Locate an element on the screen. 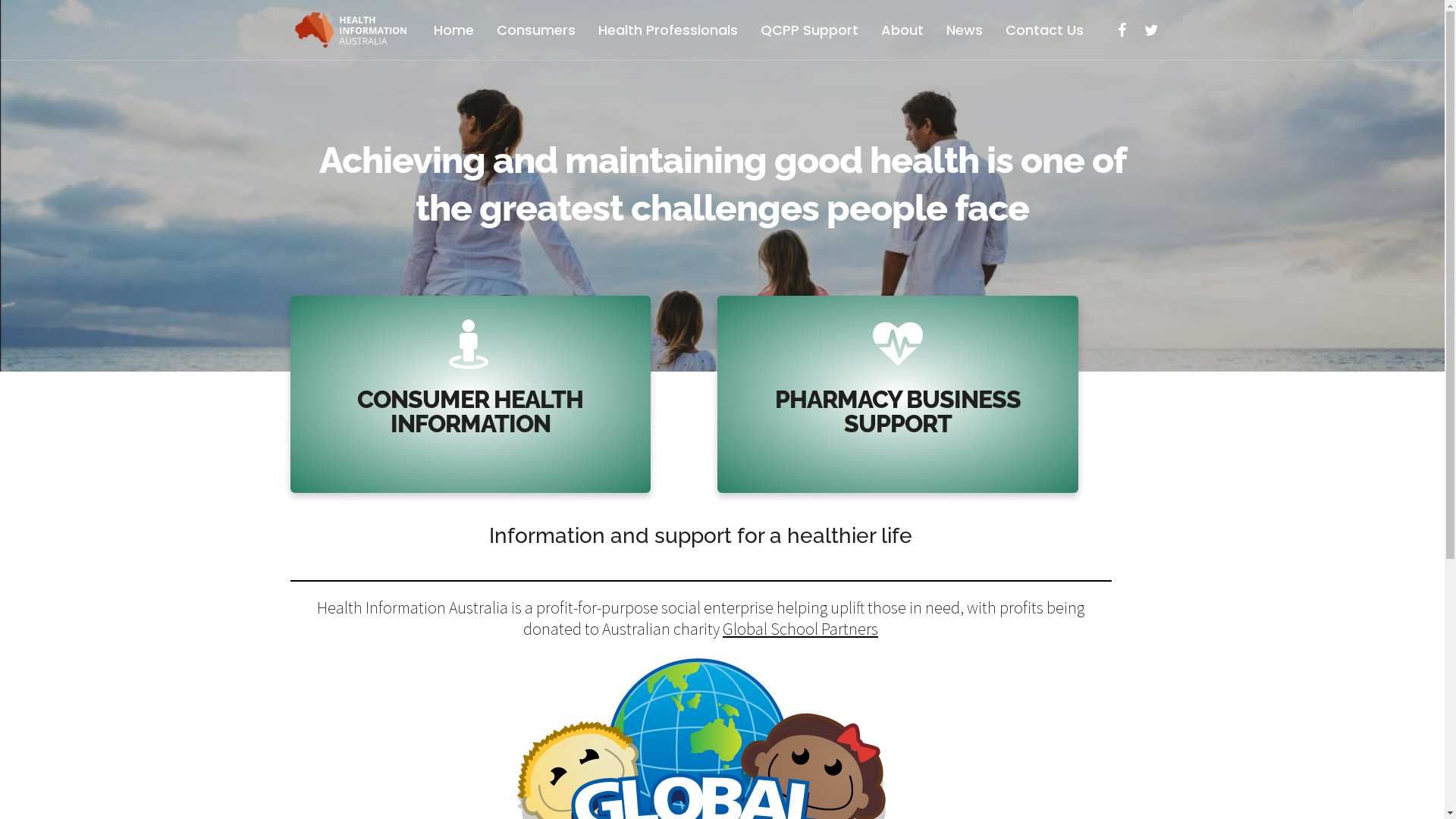 The height and width of the screenshot is (819, 1456). 'PHARMACY BUSINESS is located at coordinates (898, 376).